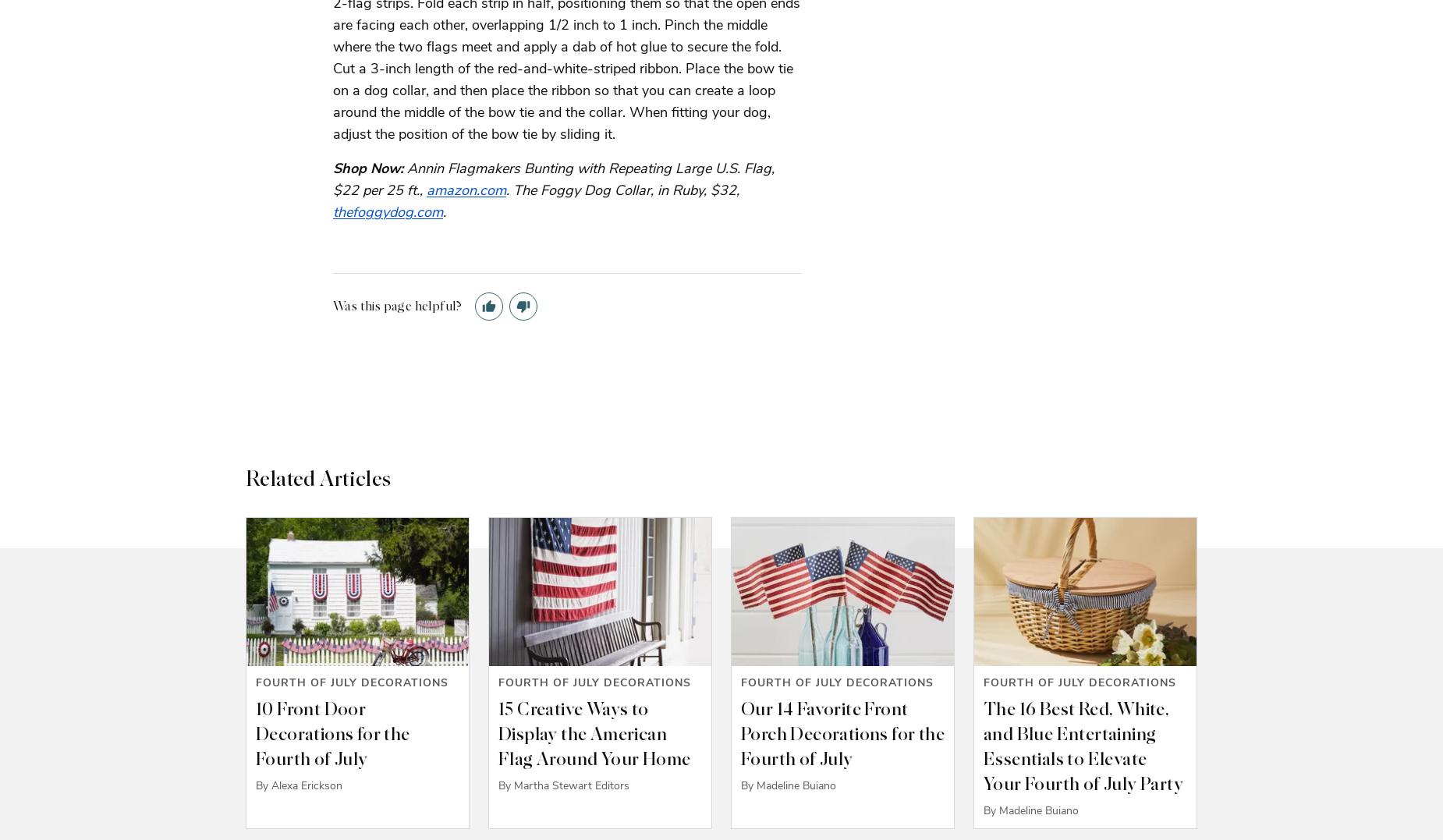 The width and height of the screenshot is (1443, 840). I want to click on 'thefoggydog.com', so click(388, 210).